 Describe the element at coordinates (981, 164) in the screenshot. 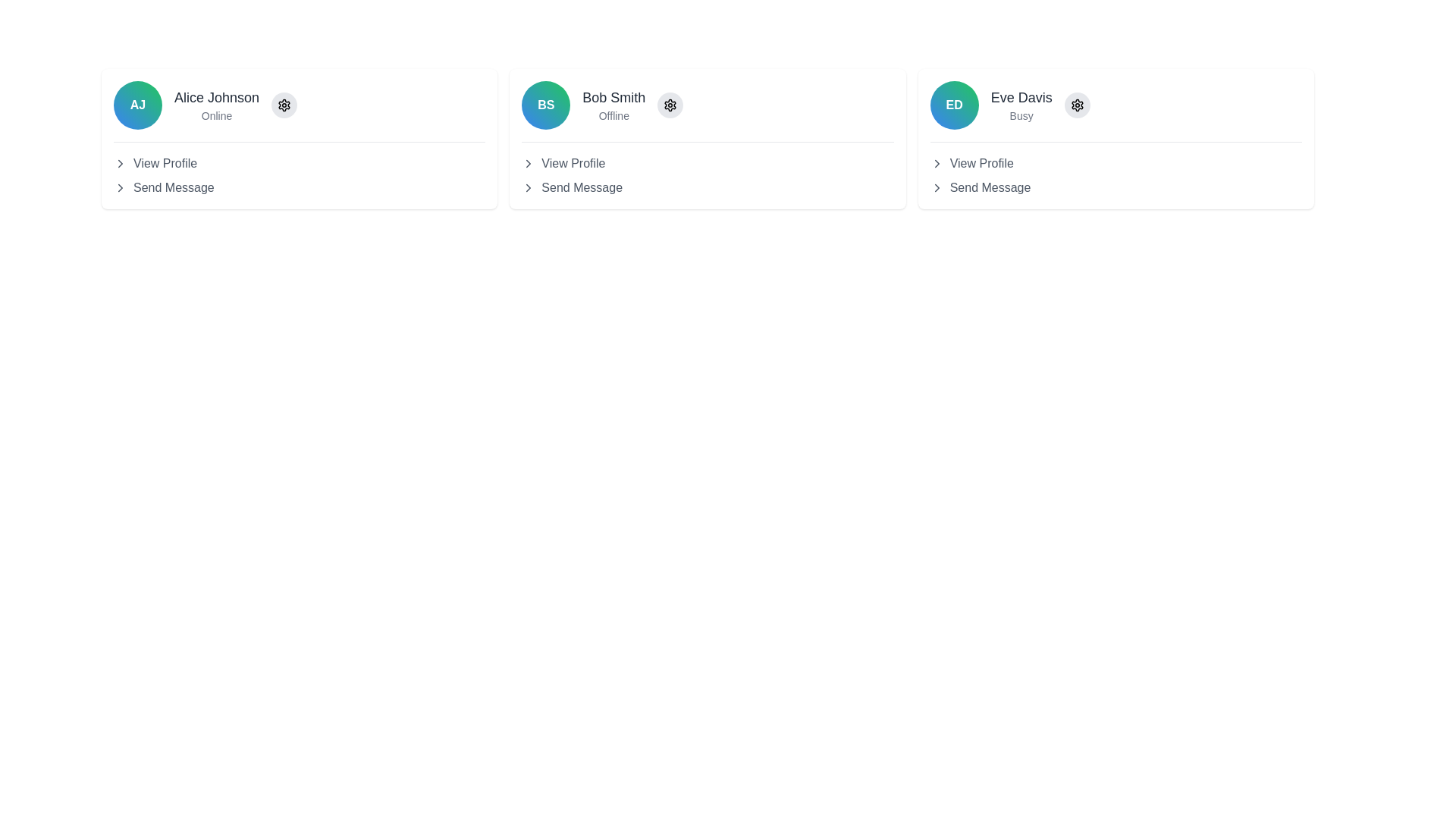

I see `the text link under the name 'Eve Davis' in the rightmost user profile card` at that location.